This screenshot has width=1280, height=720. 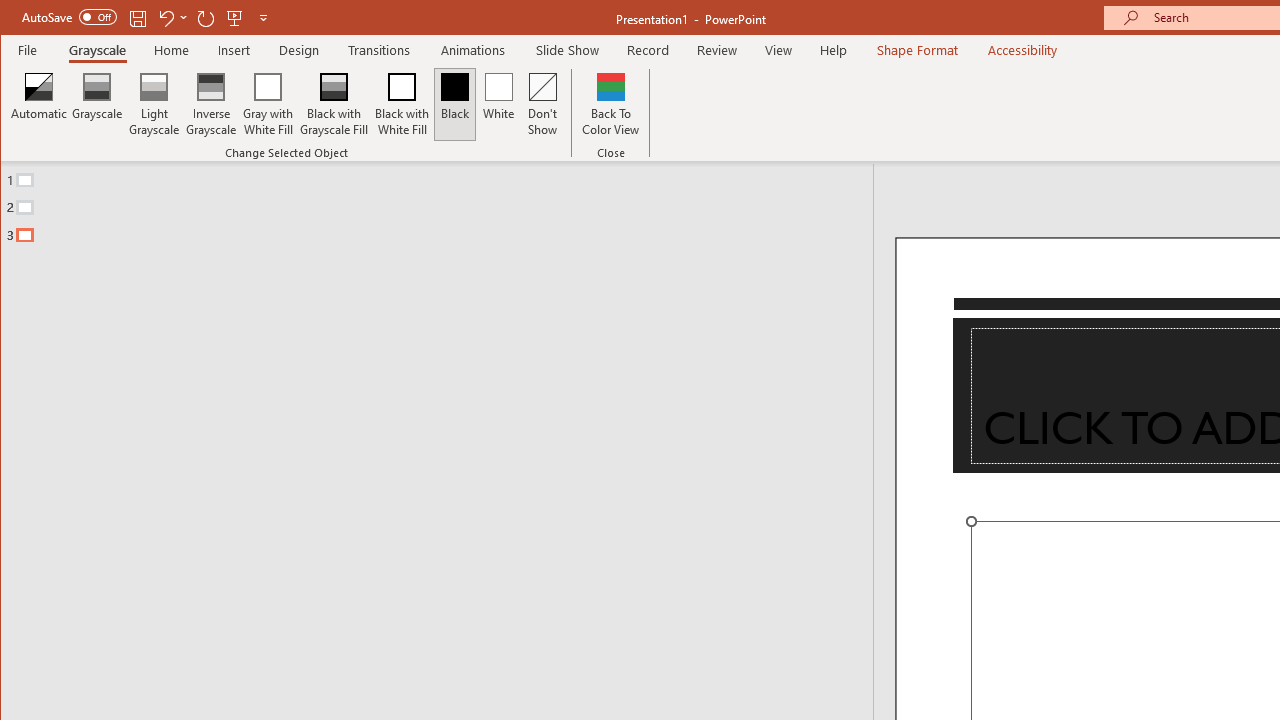 What do you see at coordinates (454, 104) in the screenshot?
I see `'Black'` at bounding box center [454, 104].